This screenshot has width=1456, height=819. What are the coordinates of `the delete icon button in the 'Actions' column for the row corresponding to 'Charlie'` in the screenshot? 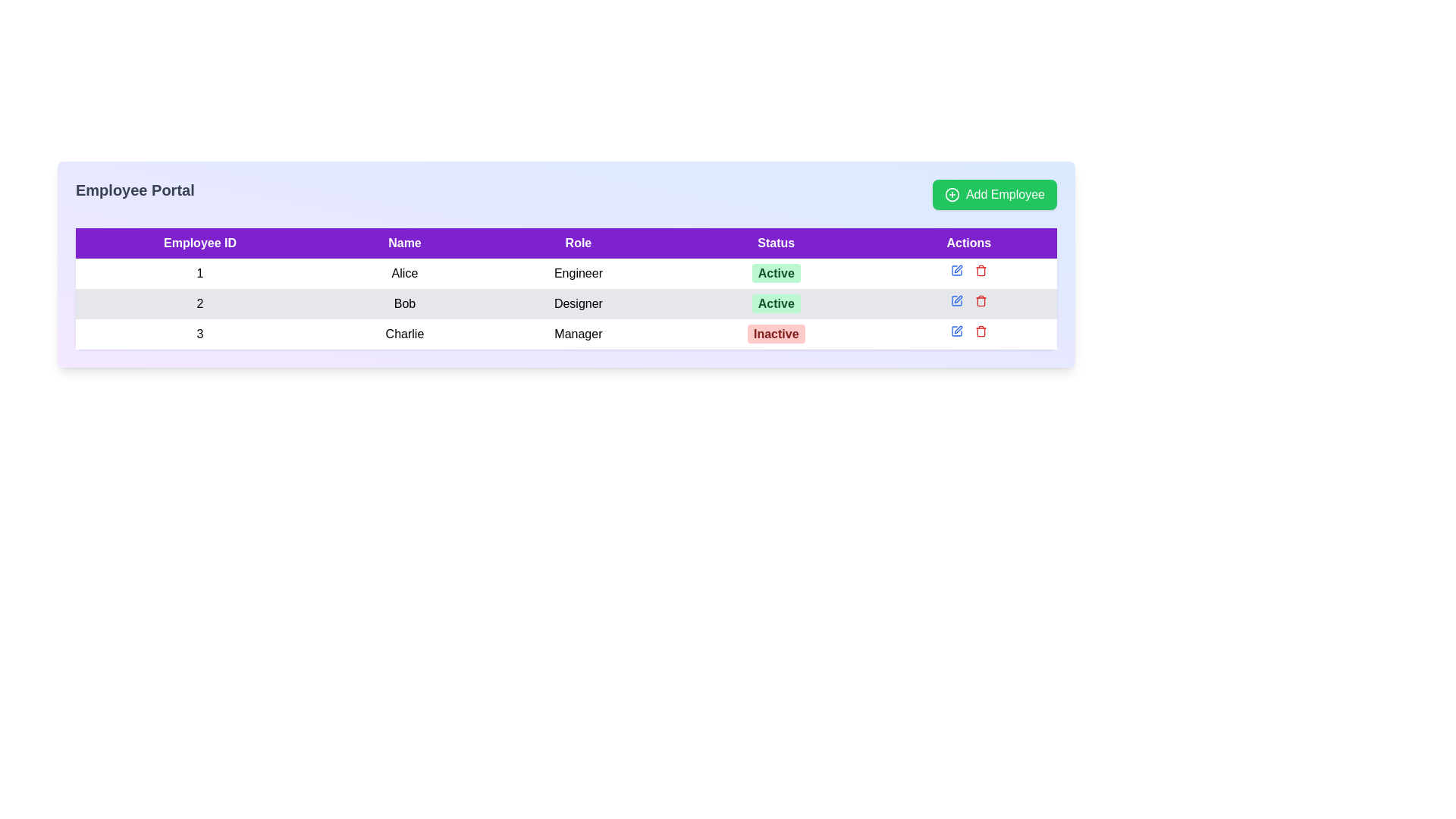 It's located at (980, 330).